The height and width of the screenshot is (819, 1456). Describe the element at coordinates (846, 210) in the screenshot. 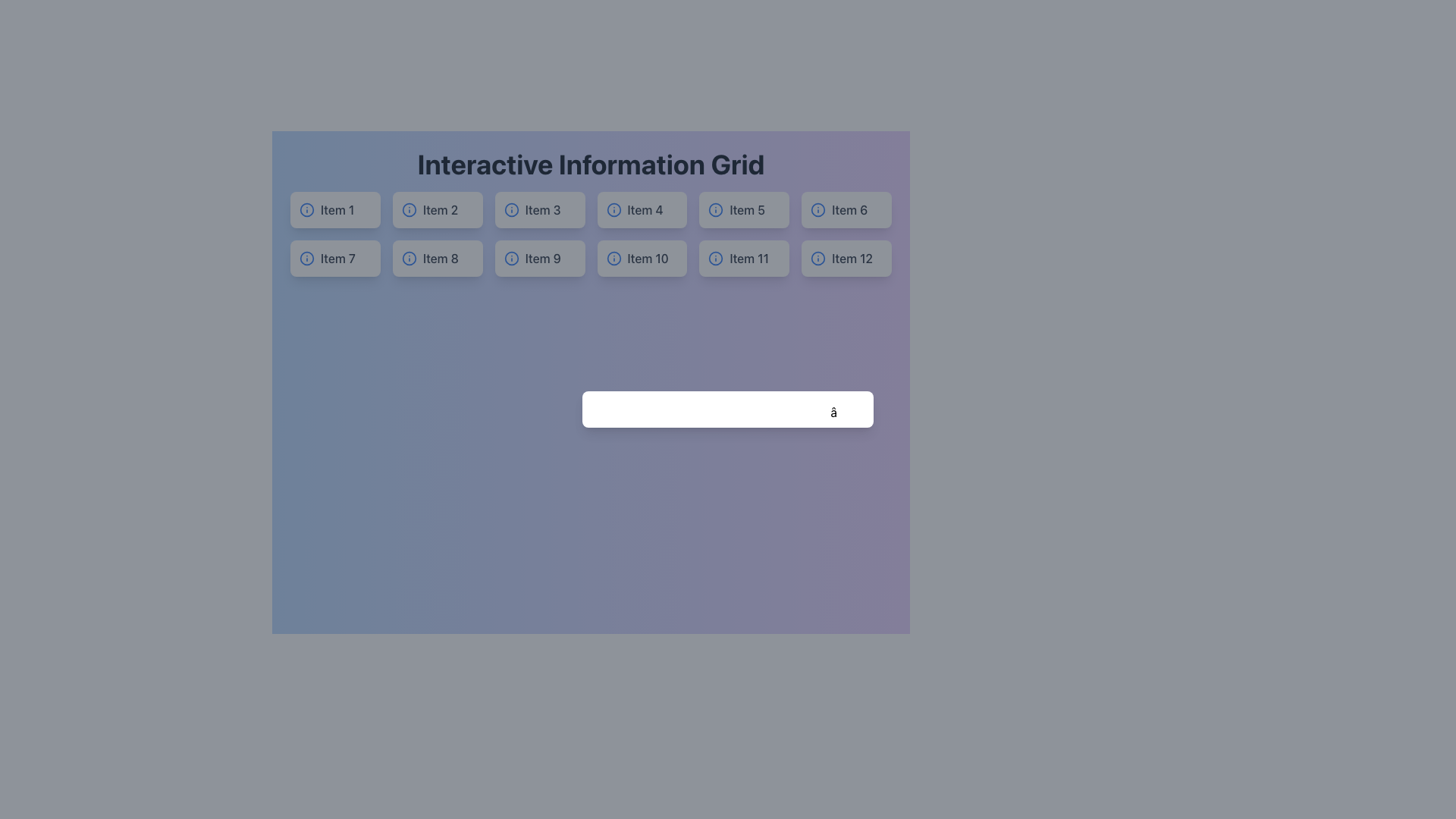

I see `the rectangular button labeled 'Item 6' with a blue circular 'i' icon` at that location.